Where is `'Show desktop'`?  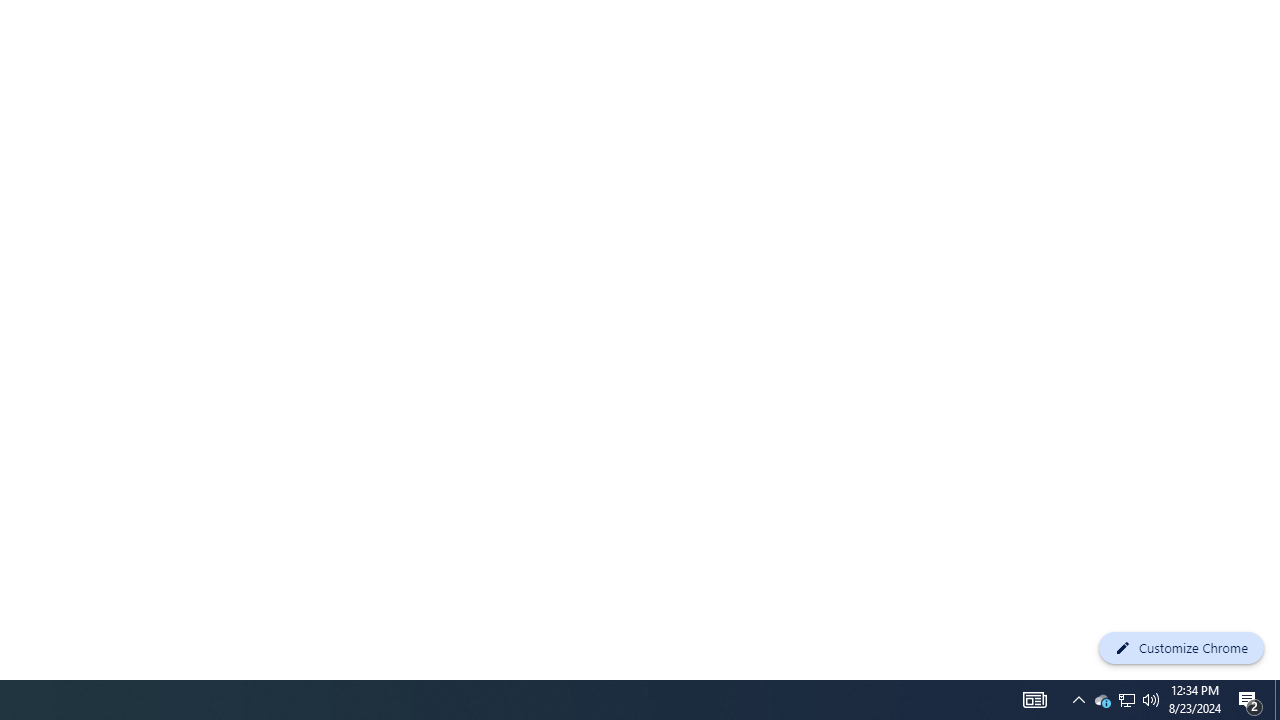 'Show desktop' is located at coordinates (1276, 698).